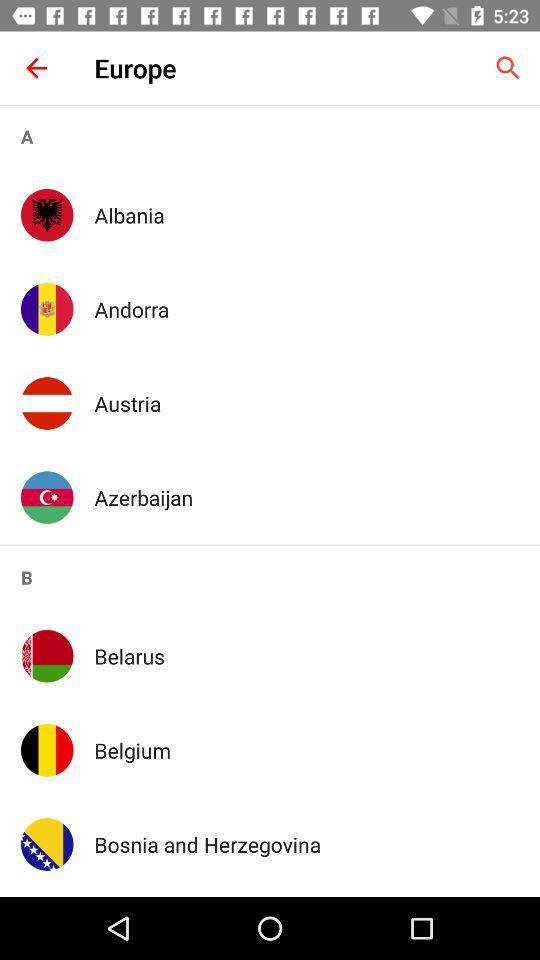  Describe the element at coordinates (47, 496) in the screenshot. I see `the icon next to the azerbaijan item` at that location.